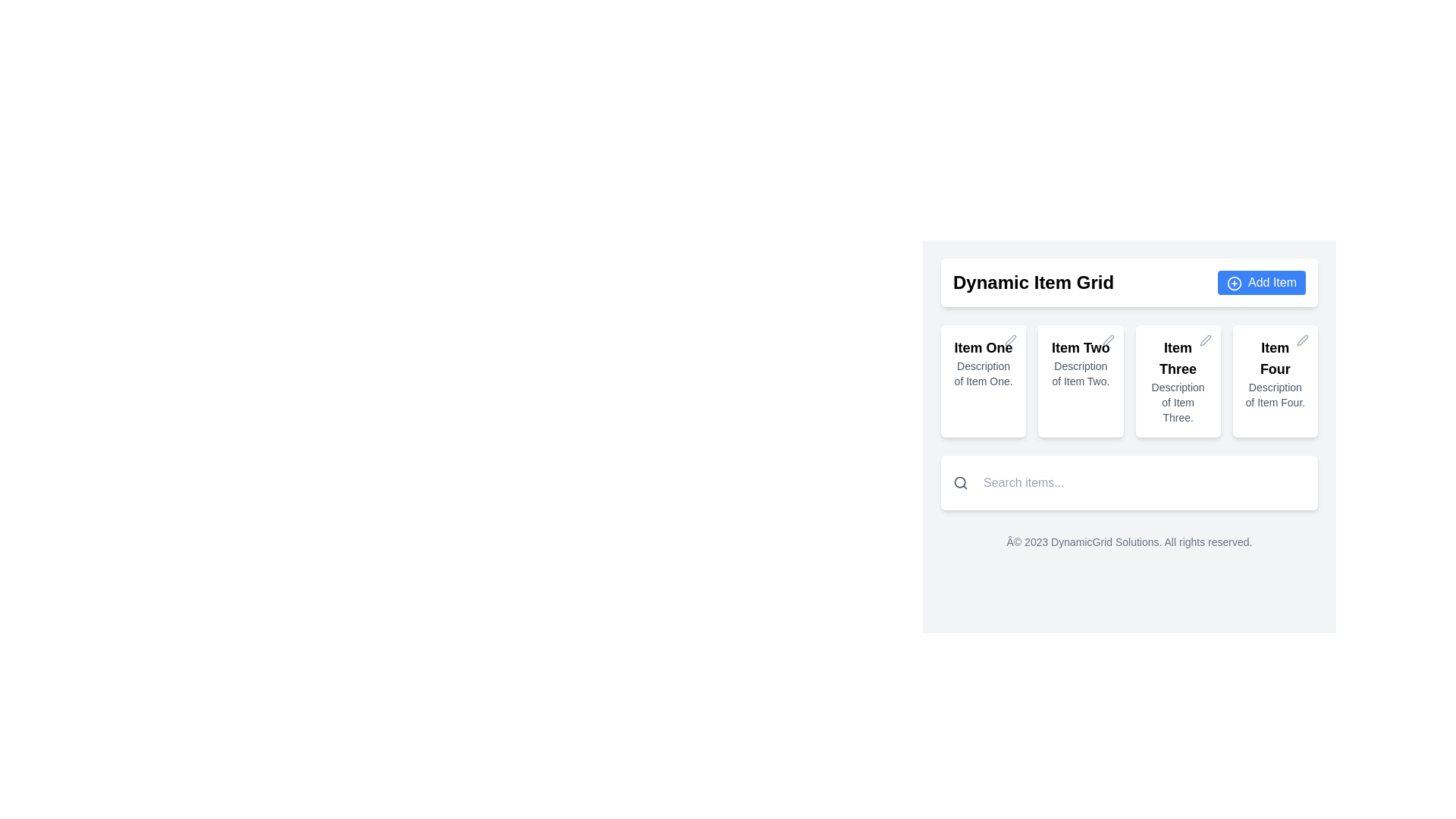 The height and width of the screenshot is (819, 1456). Describe the element at coordinates (1234, 283) in the screenshot. I see `the circular plus icon with a white fill and blue outline located near the left edge of the 'Add Item' button in the top right corner of the interface to invoke the add action` at that location.